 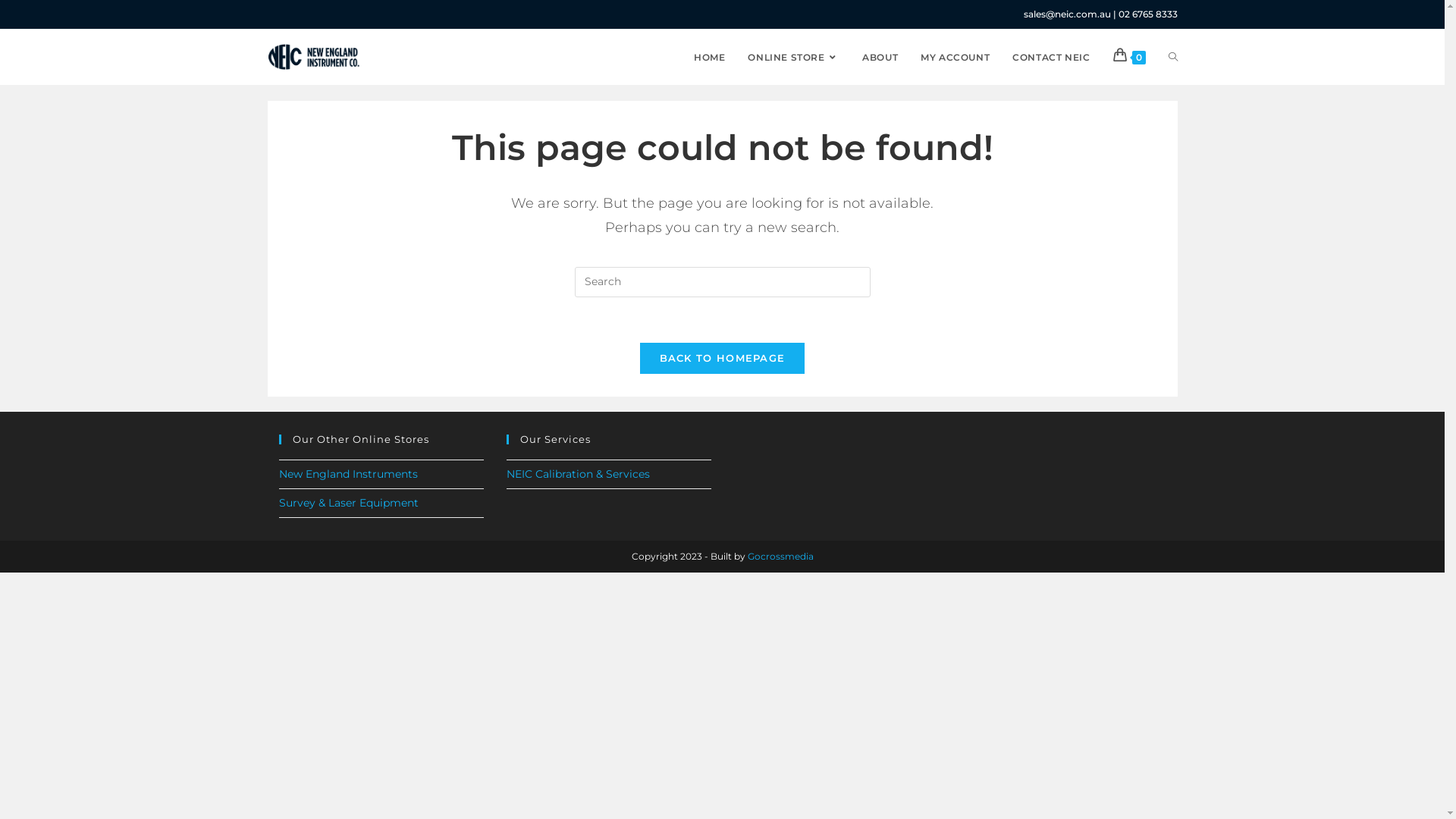 What do you see at coordinates (708, 56) in the screenshot?
I see `'HOME'` at bounding box center [708, 56].